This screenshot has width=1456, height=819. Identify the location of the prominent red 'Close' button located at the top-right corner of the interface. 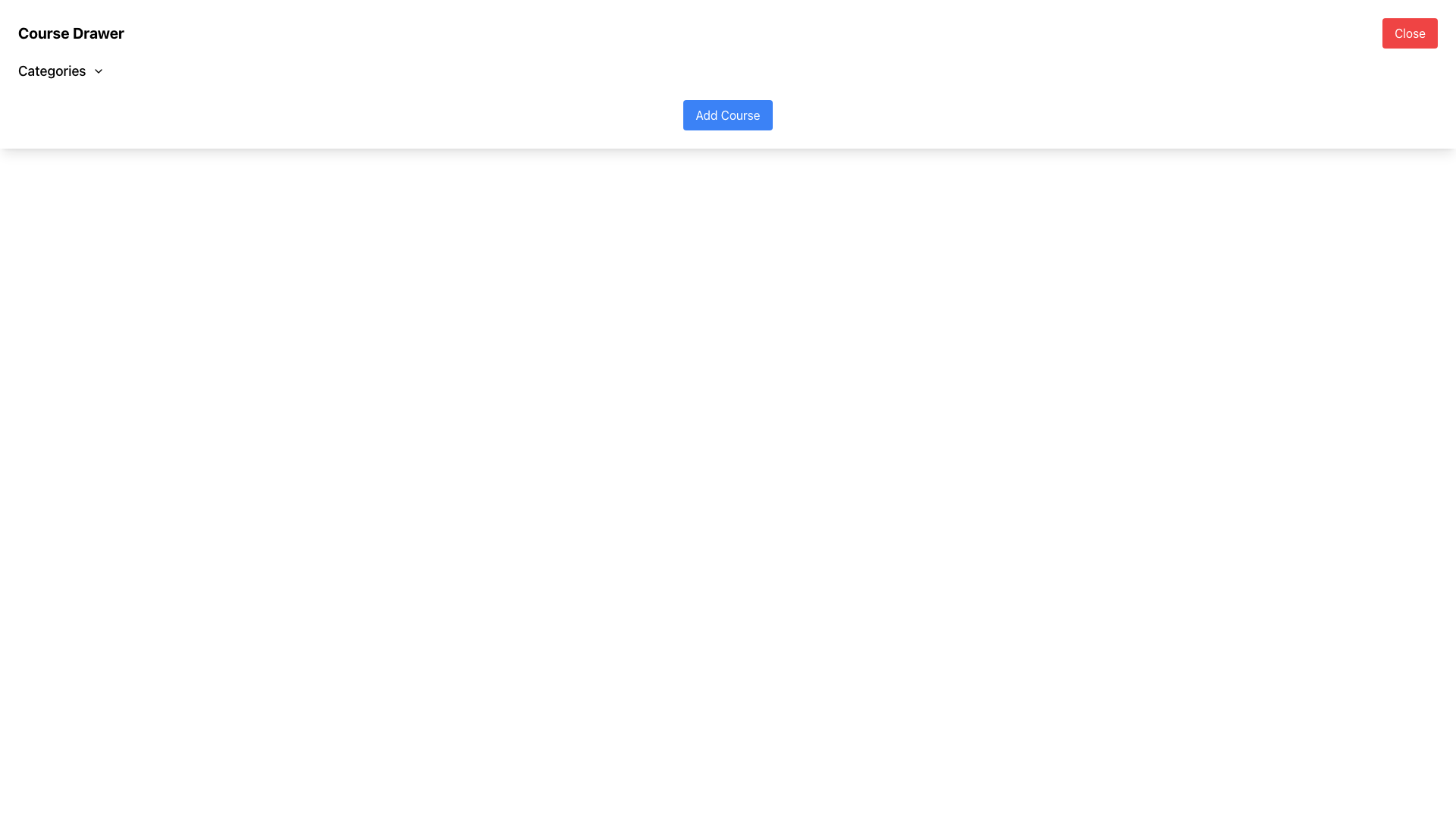
(1409, 33).